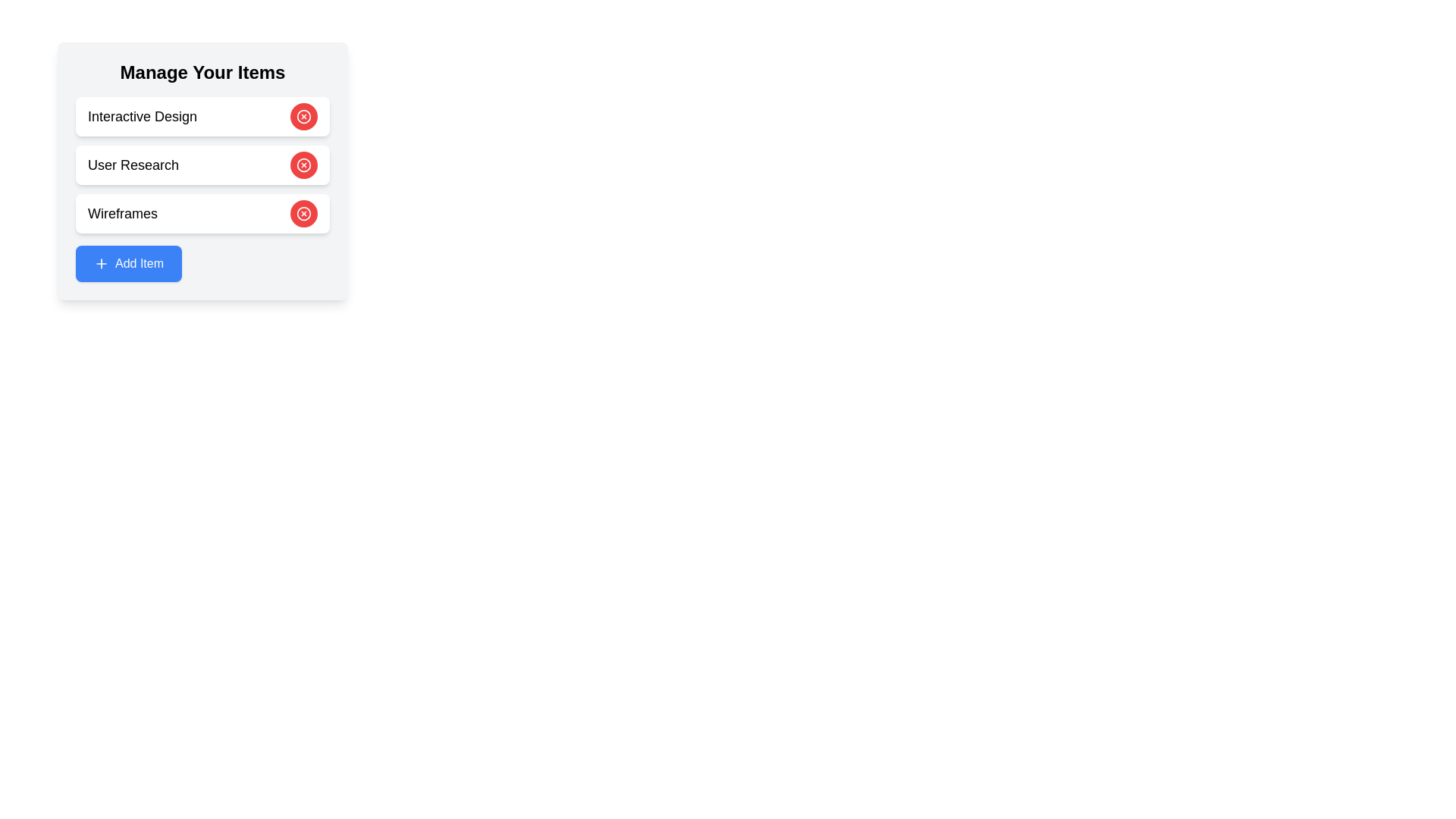 The height and width of the screenshot is (819, 1456). What do you see at coordinates (128, 262) in the screenshot?
I see `'Add Item' button to add a new item to the list` at bounding box center [128, 262].